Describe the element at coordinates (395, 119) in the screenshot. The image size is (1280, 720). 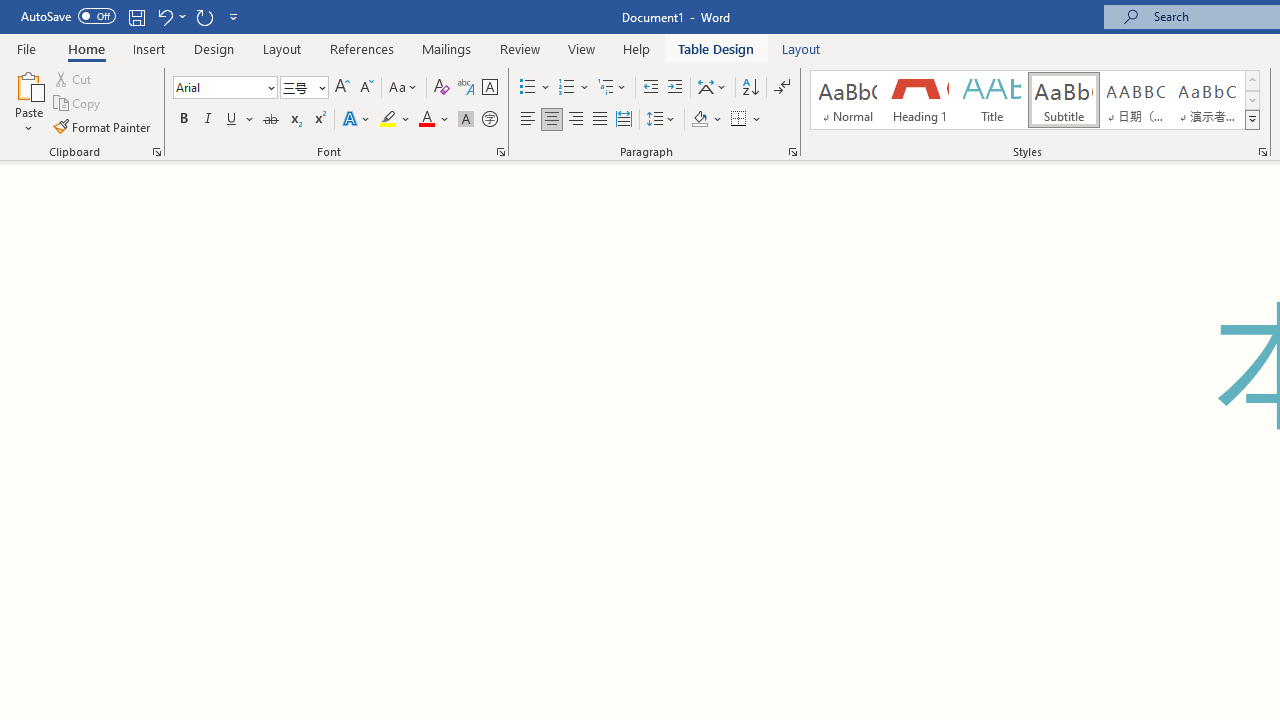
I see `'Text Highlight Color'` at that location.